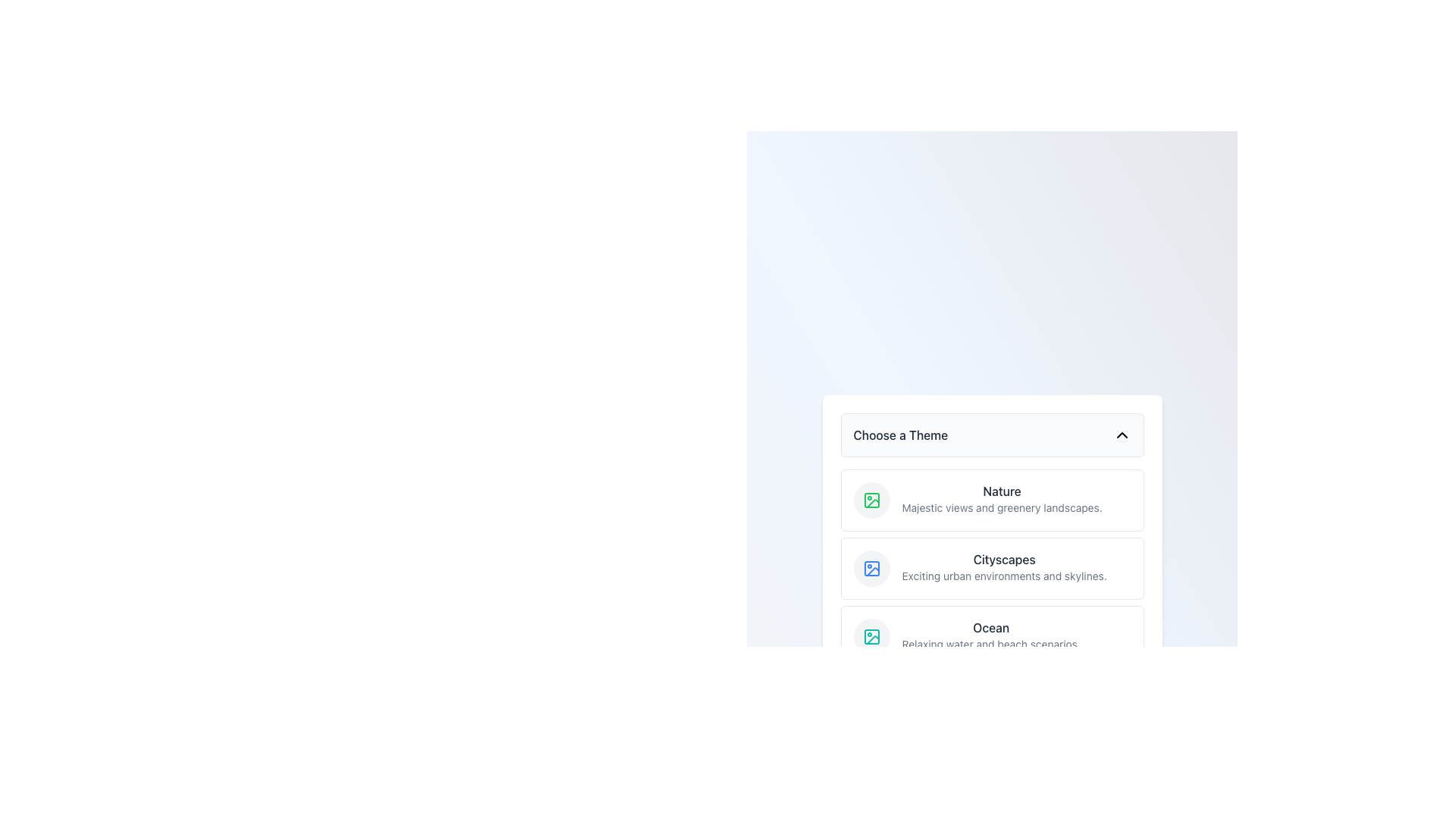 Image resolution: width=1456 pixels, height=819 pixels. Describe the element at coordinates (900, 435) in the screenshot. I see `the text label displaying 'Choose a Theme' in medium-sized greyish-black font, located prominently in the upper section of the box` at that location.